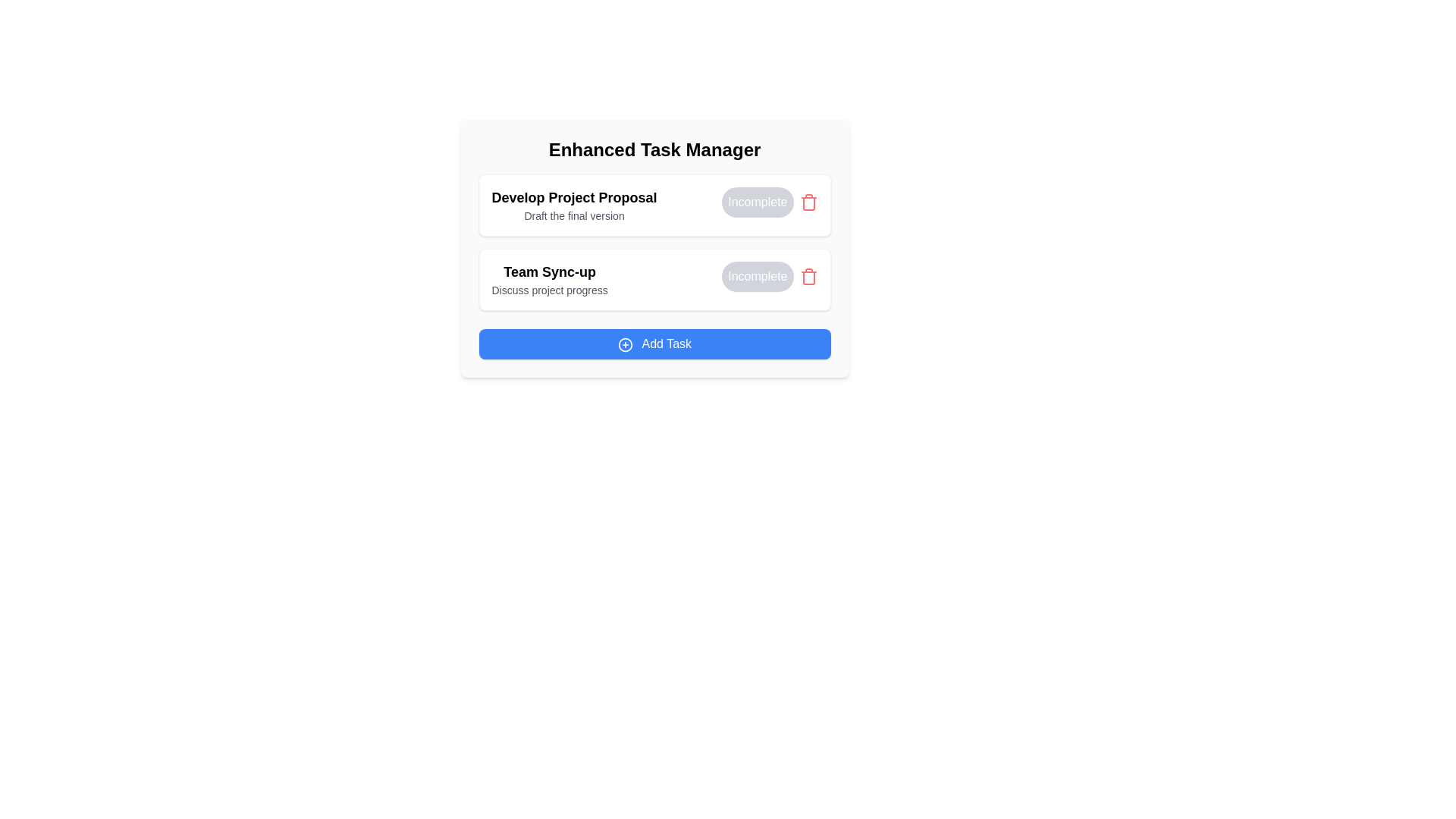 The image size is (1456, 819). What do you see at coordinates (573, 197) in the screenshot?
I see `the Text Label element that serves as the title for the first task in the Enhanced Task Manager interface, located above the descriptive text 'Draft the final version'` at bounding box center [573, 197].